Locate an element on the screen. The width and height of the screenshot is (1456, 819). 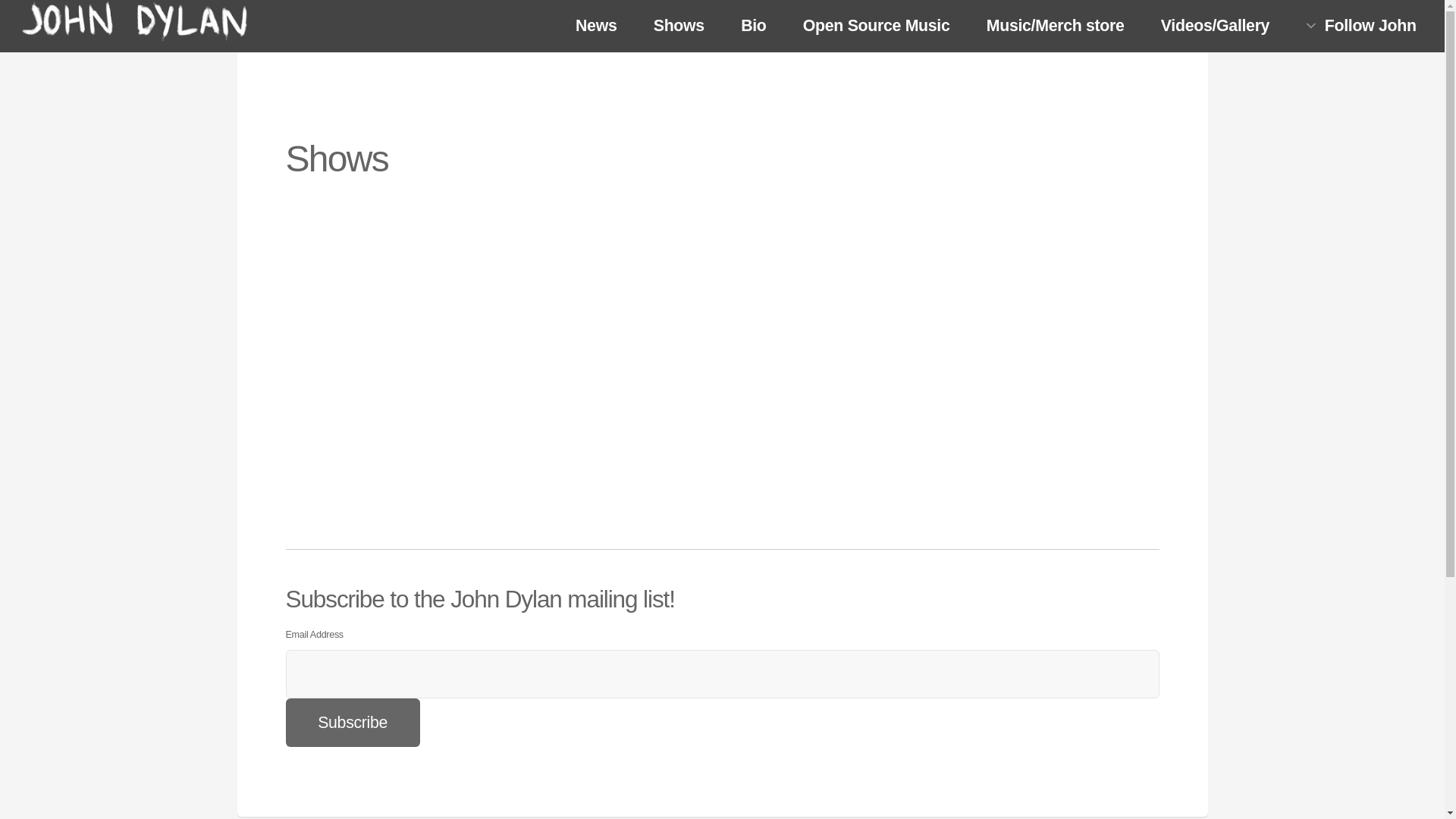
'Follow John' is located at coordinates (1288, 26).